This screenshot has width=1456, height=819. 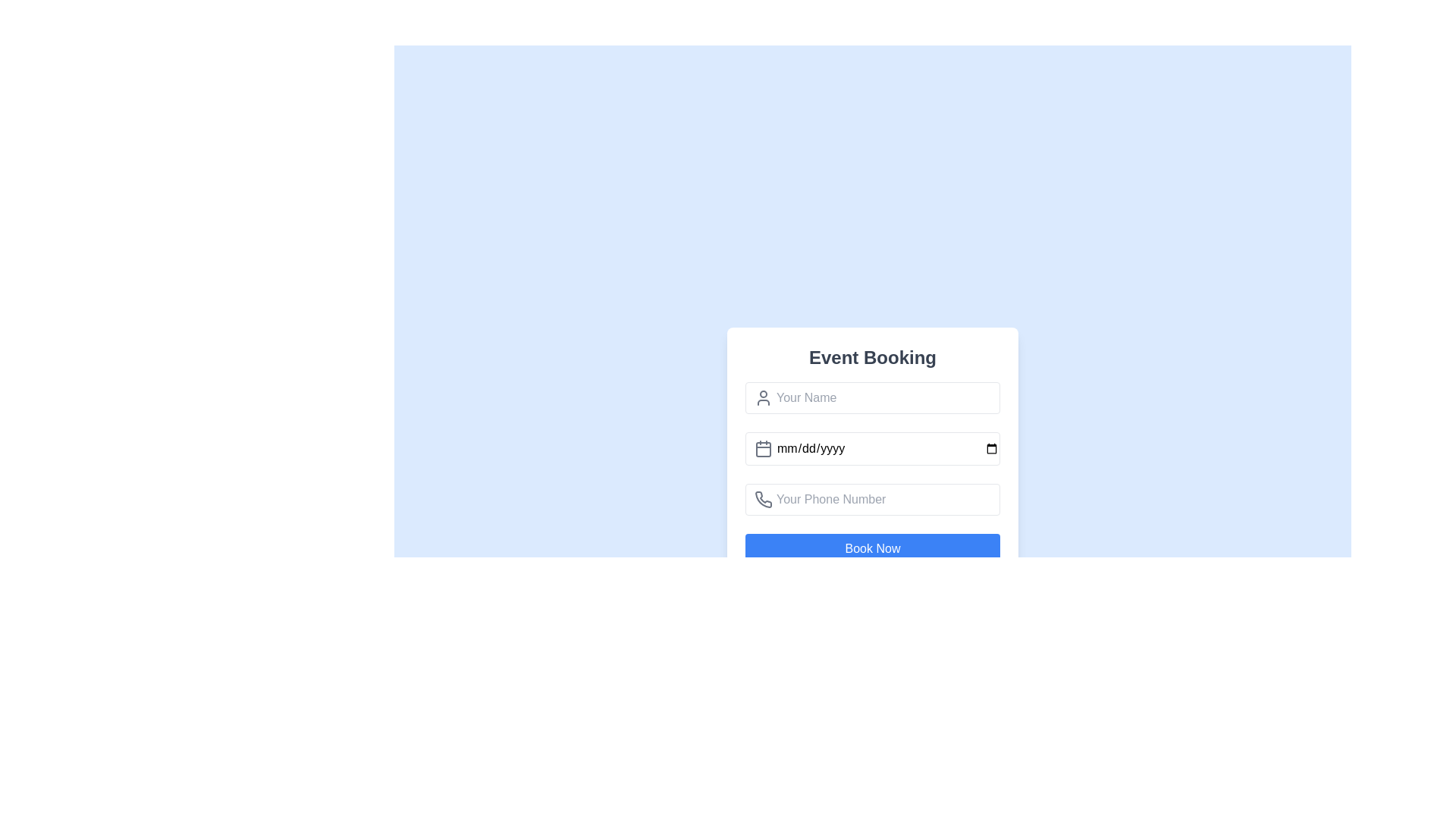 I want to click on the phone number input field to focus on it, which is located below the date input field and above the 'Book Now' button, so click(x=873, y=500).